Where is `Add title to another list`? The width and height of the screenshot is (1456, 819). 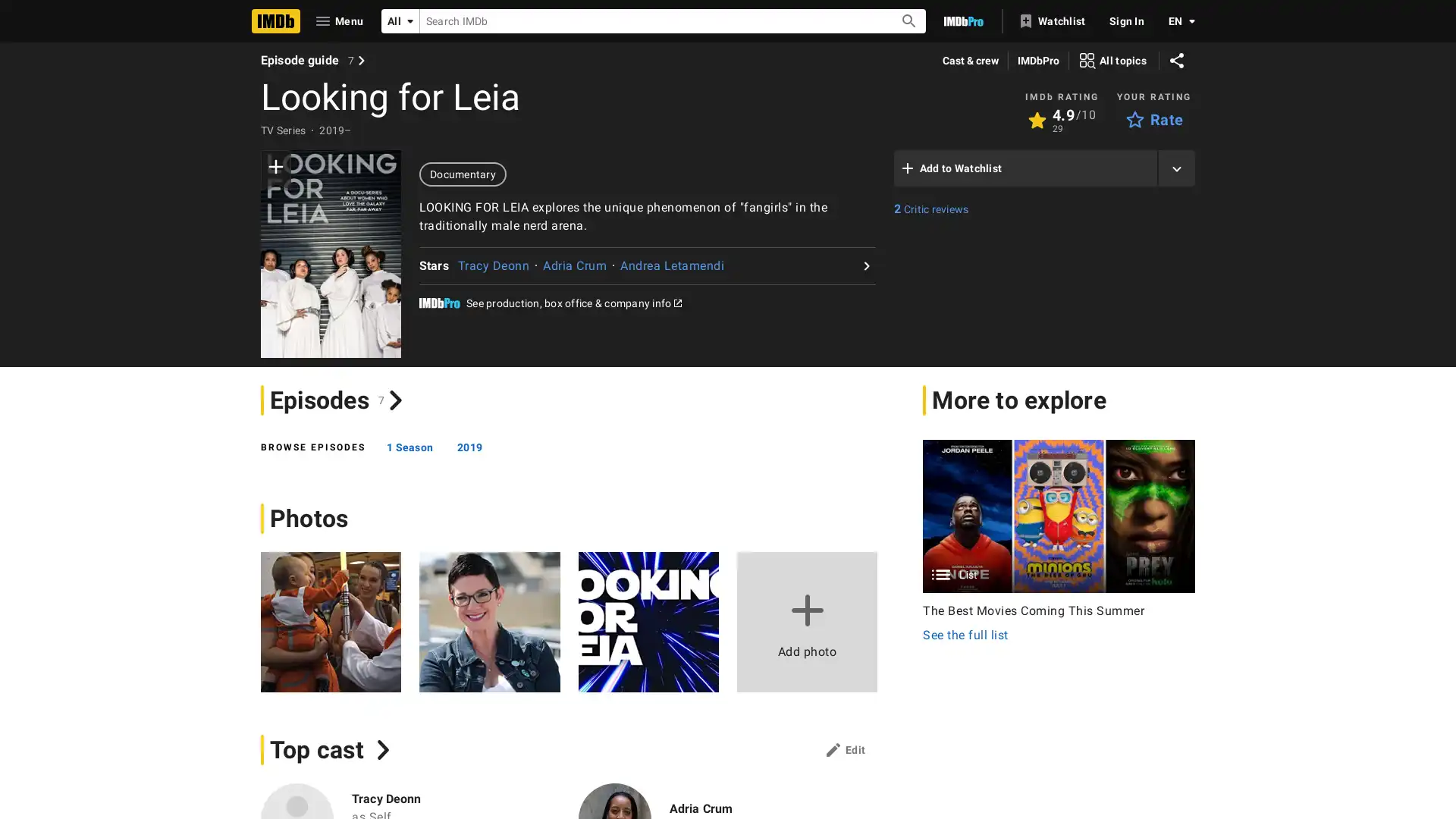 Add title to another list is located at coordinates (1175, 168).